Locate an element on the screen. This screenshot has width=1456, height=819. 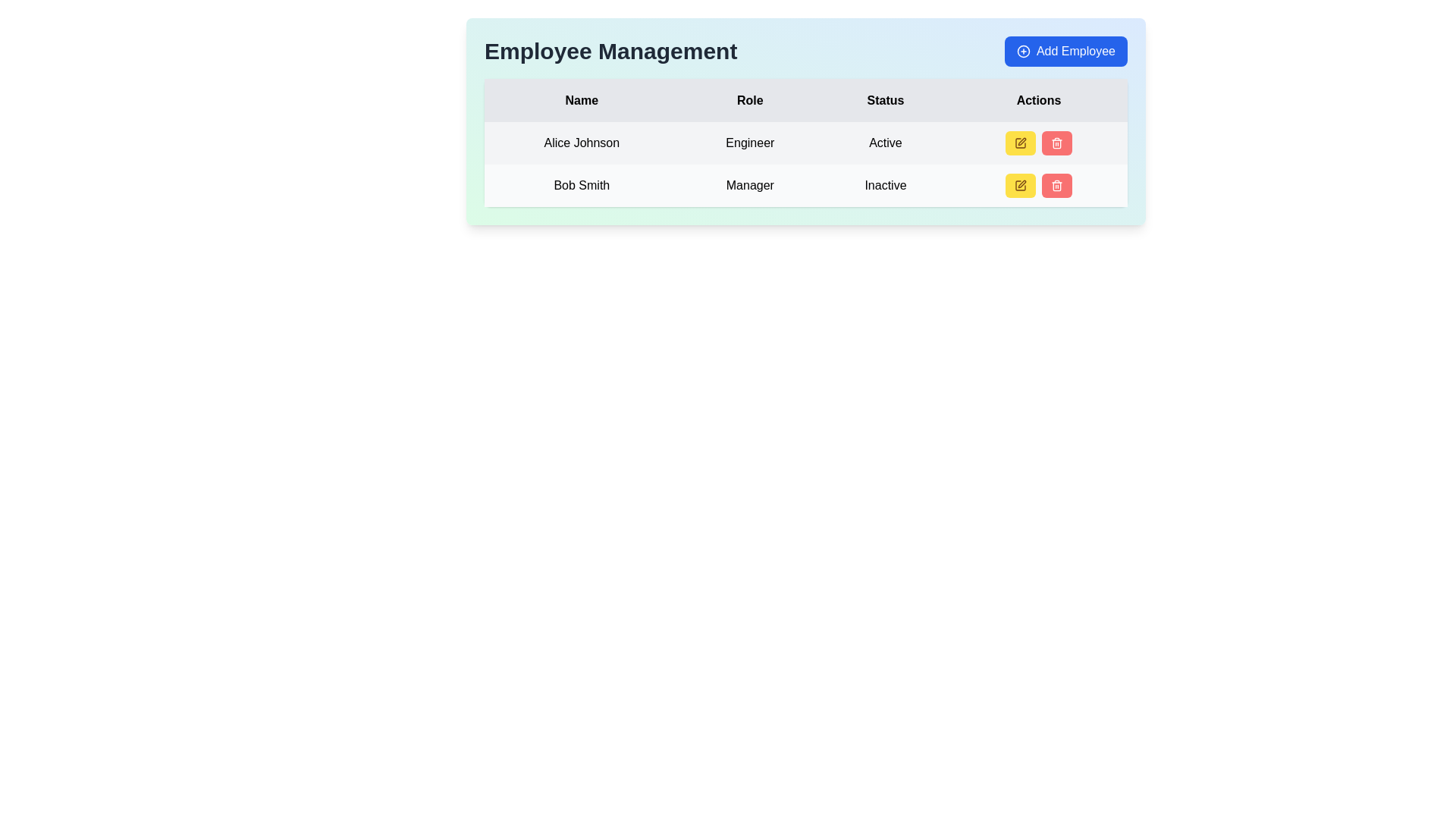
the pen-shaped icon within the yellow circular button in the second row under the 'Actions' column to initiate an edit action is located at coordinates (1022, 184).